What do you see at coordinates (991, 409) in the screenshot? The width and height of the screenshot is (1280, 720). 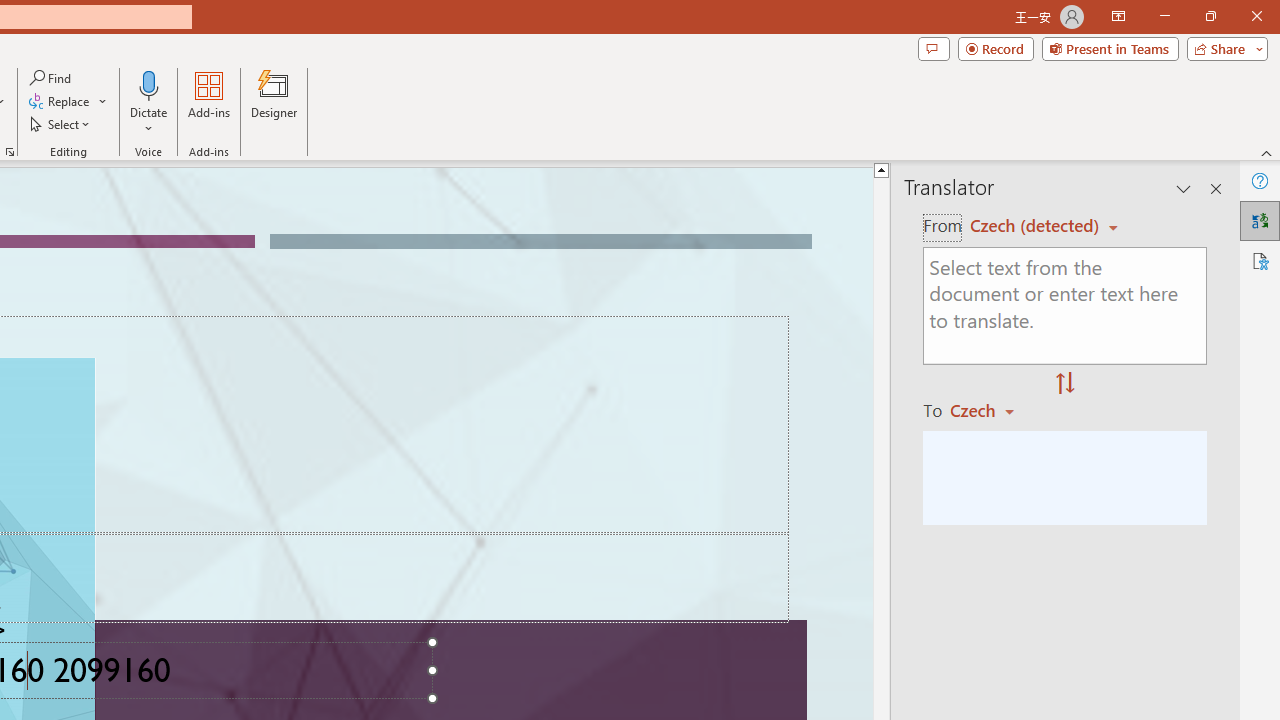 I see `'Czech'` at bounding box center [991, 409].